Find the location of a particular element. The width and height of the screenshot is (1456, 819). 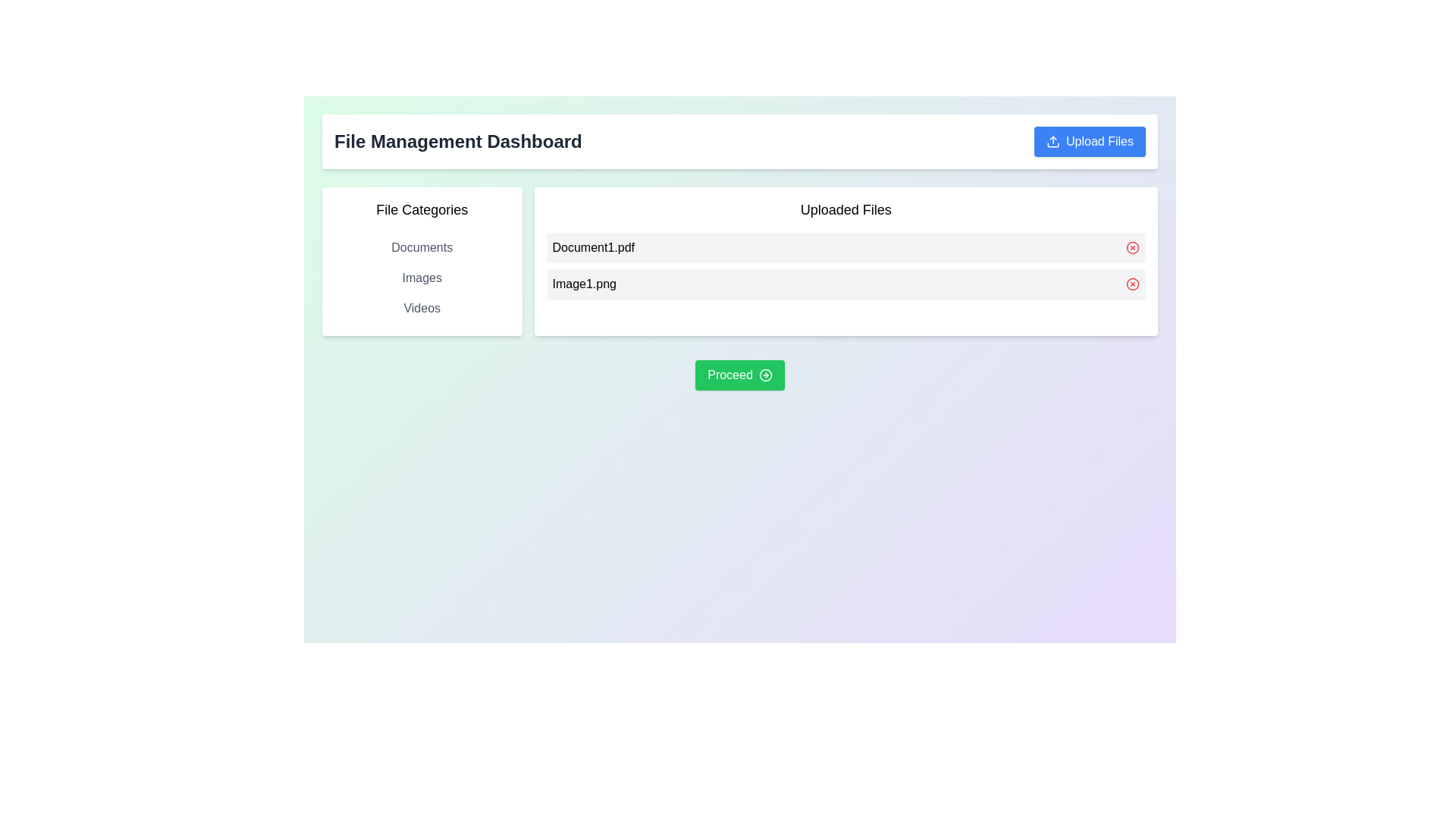

the centered text label 'Images' in the 'File Categories' section is located at coordinates (422, 278).